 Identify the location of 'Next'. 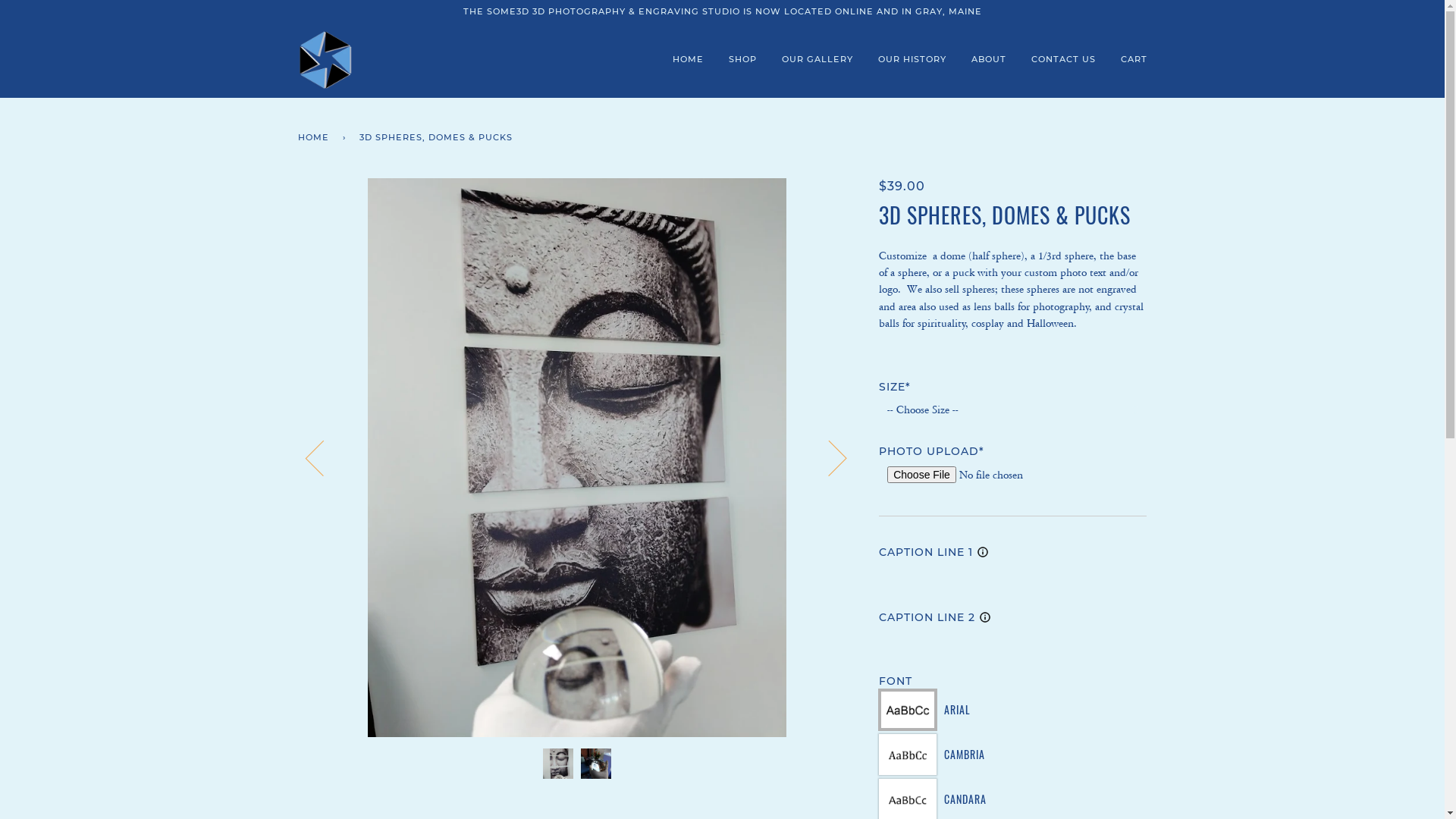
(827, 456).